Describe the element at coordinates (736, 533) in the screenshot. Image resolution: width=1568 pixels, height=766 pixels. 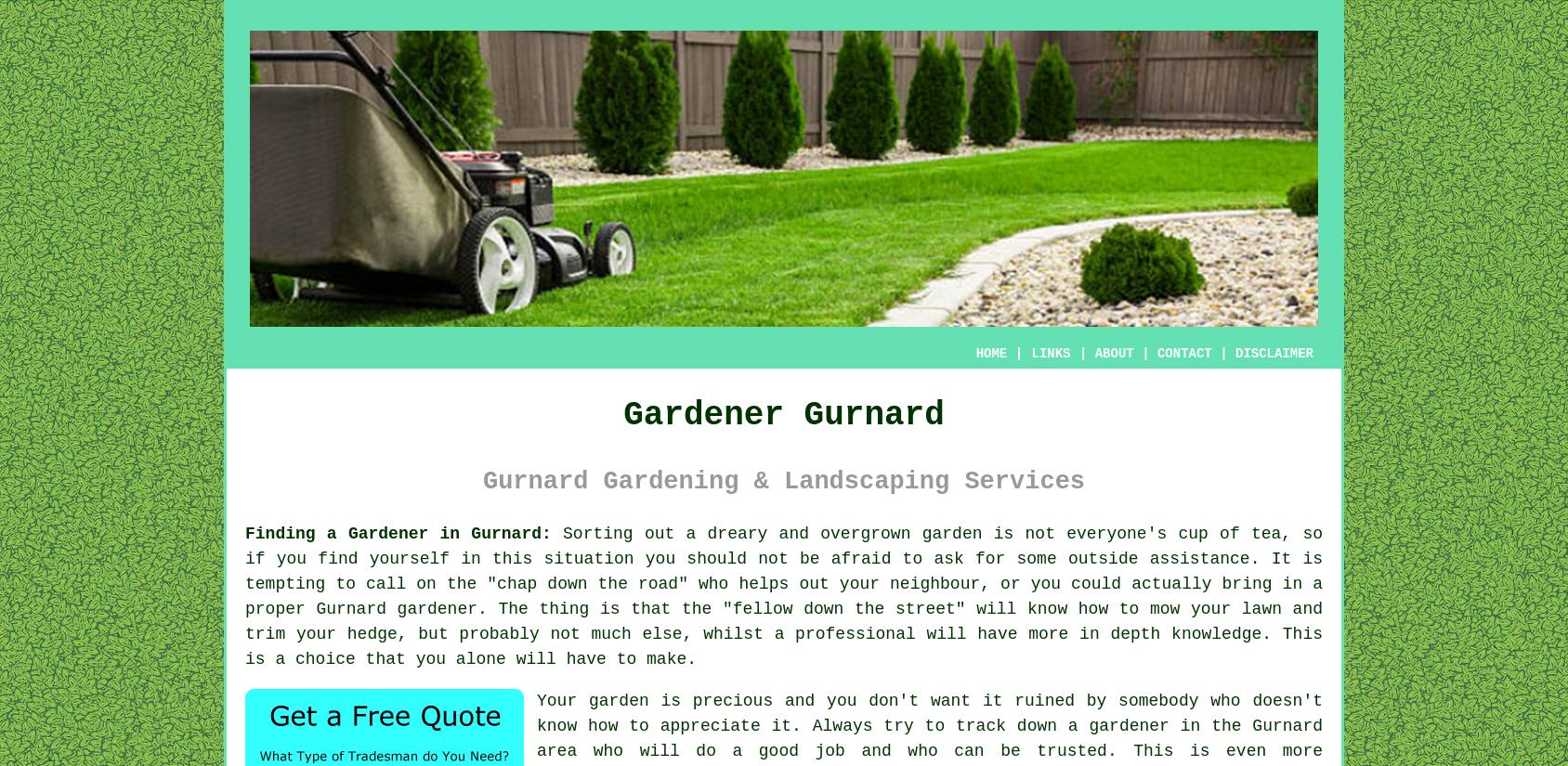
I see `'Sorting out a dreary and overgrown'` at that location.